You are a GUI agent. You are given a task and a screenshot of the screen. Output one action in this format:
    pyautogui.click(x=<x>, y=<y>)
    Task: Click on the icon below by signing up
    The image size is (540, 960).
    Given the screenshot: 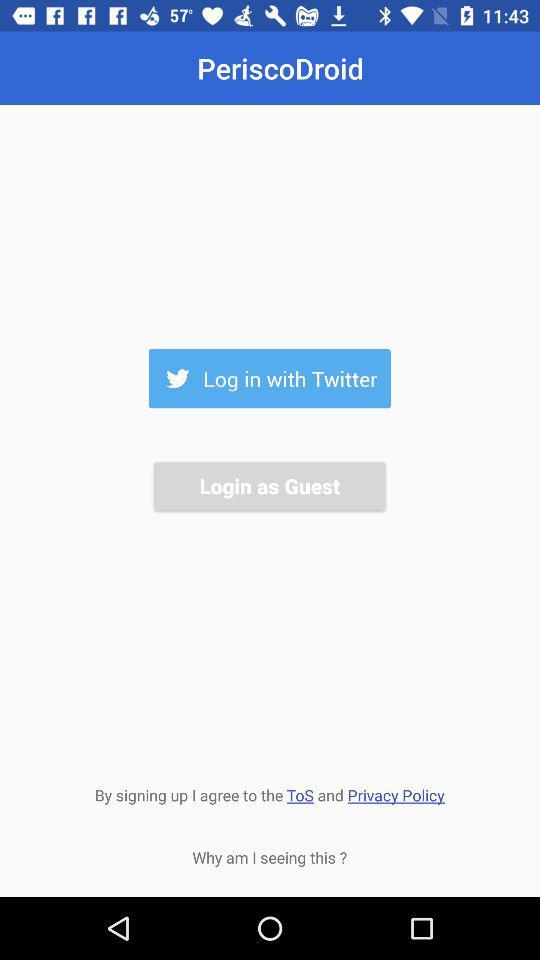 What is the action you would take?
    pyautogui.click(x=269, y=856)
    